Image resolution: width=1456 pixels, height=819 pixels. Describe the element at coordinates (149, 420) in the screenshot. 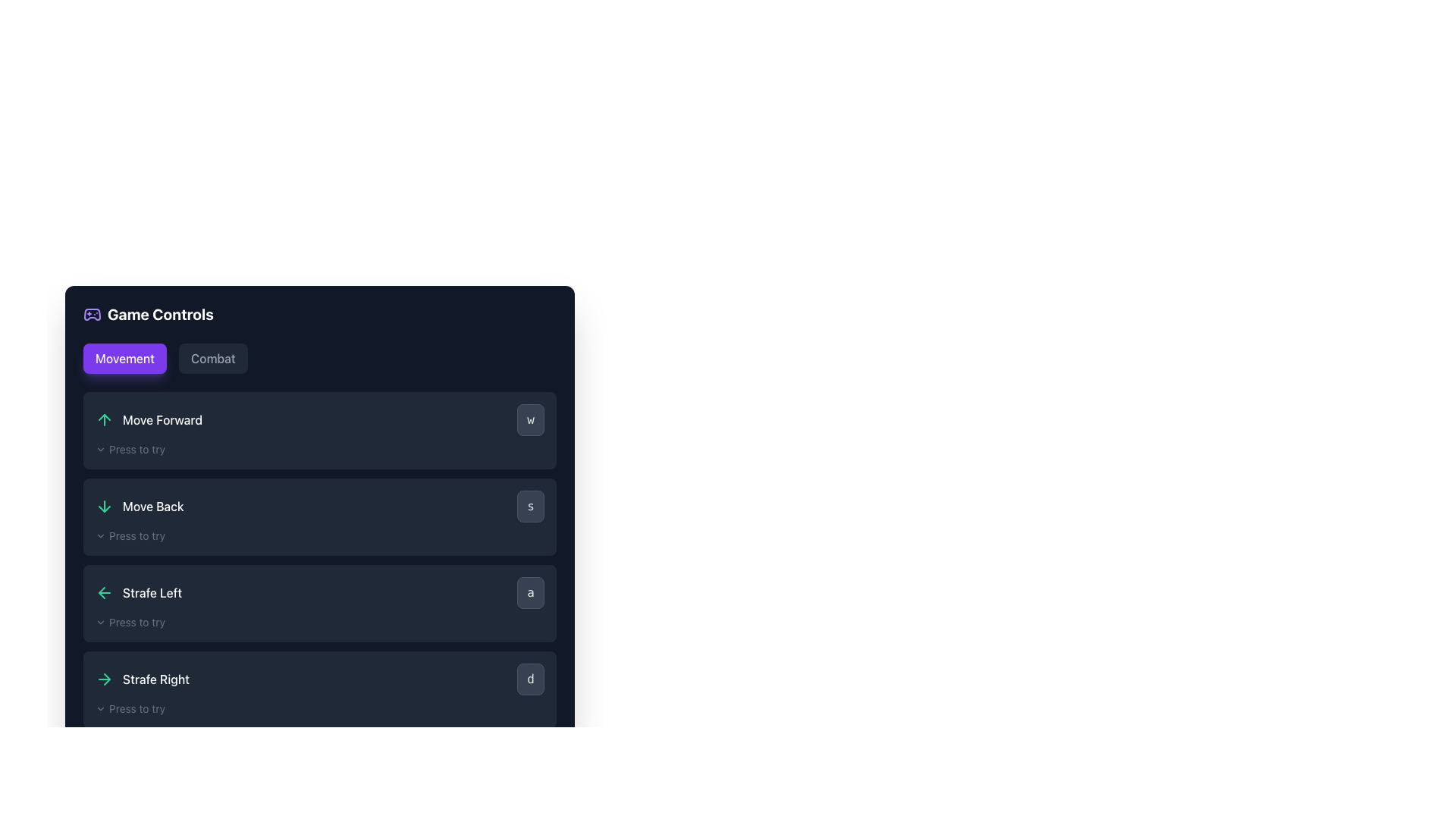

I see `the Label with an icon for moving forward in the Game Controls panel, which is the first element under the 'Movement' category` at that location.